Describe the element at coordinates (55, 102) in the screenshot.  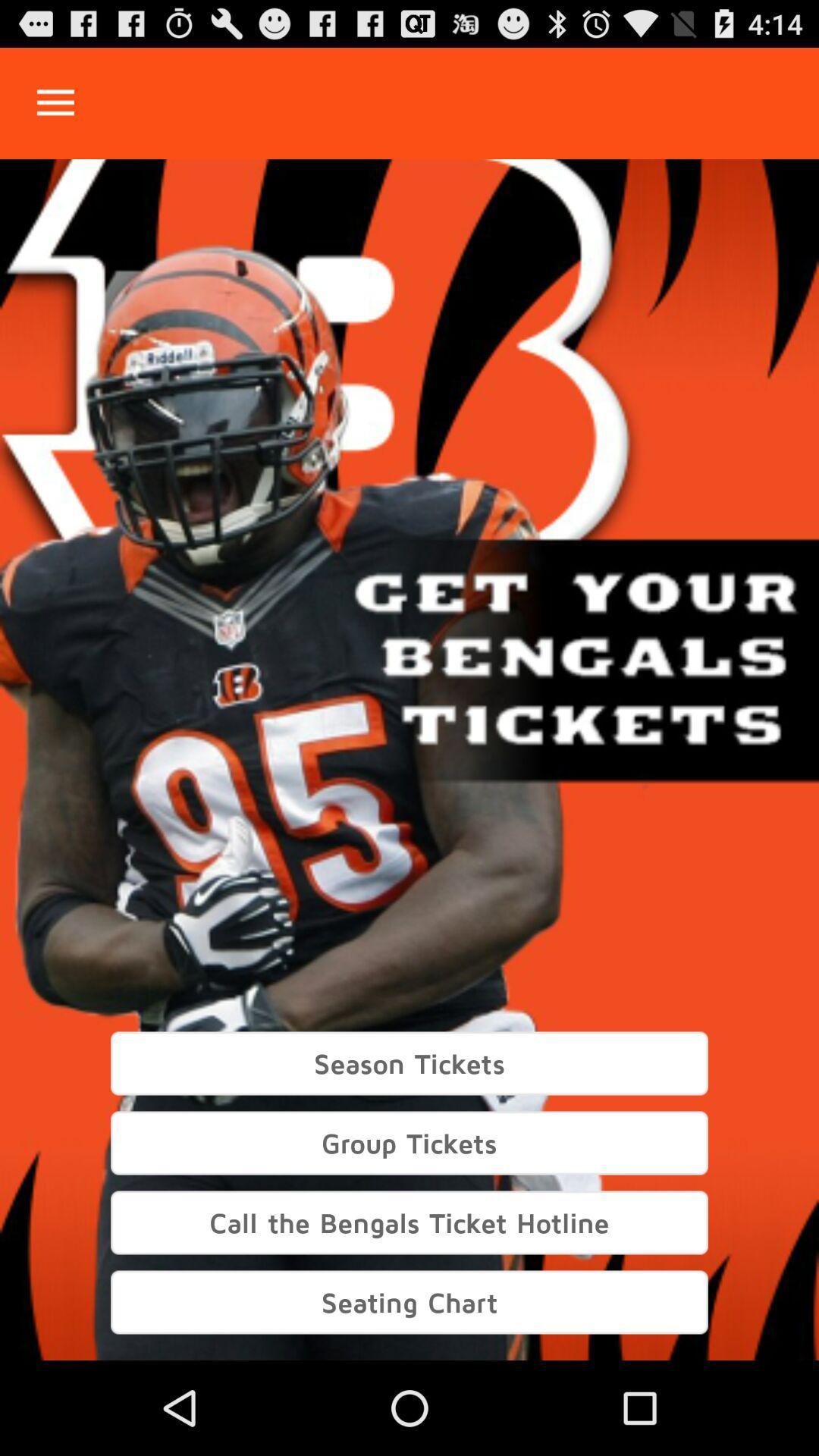
I see `home` at that location.